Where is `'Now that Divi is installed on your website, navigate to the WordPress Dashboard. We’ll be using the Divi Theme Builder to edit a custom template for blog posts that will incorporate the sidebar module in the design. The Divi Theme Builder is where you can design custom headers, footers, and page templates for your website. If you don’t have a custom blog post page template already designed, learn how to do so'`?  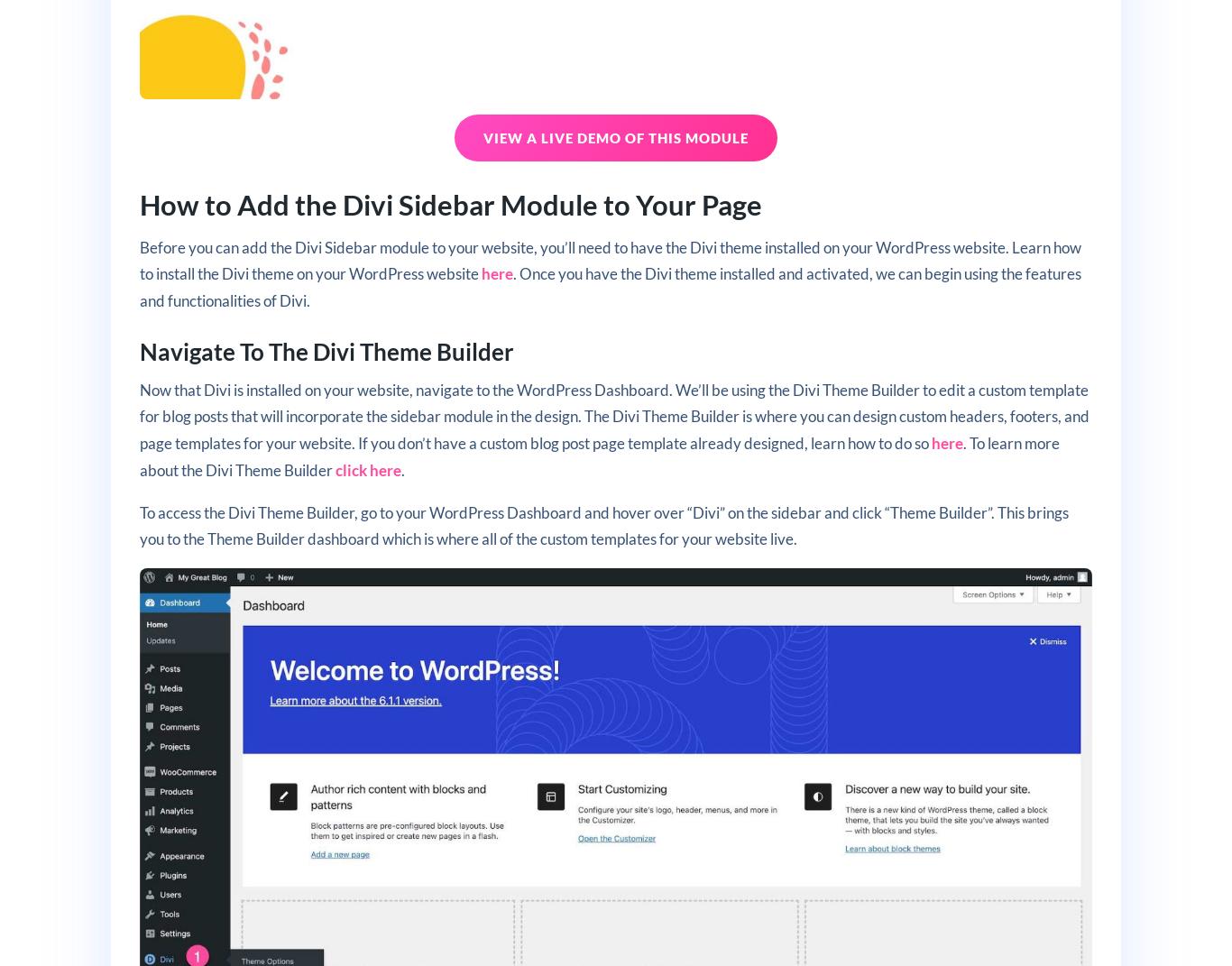 'Now that Divi is installed on your website, navigate to the WordPress Dashboard. We’ll be using the Divi Theme Builder to edit a custom template for blog posts that will incorporate the sidebar module in the design. The Divi Theme Builder is where you can design custom headers, footers, and page templates for your website. If you don’t have a custom blog post page template already designed, learn how to do so' is located at coordinates (137, 415).